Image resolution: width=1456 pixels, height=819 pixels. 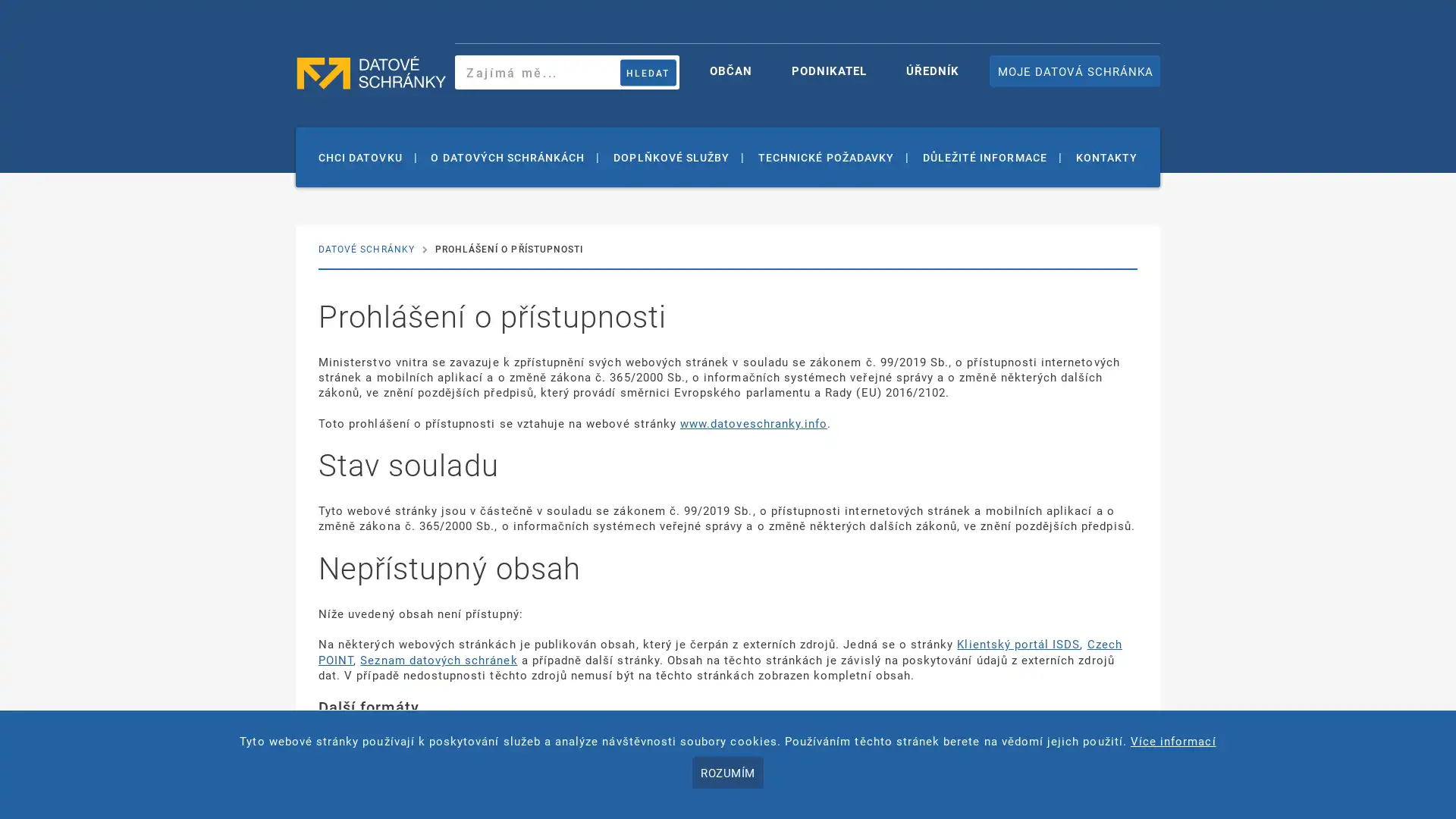 I want to click on Hledat, so click(x=648, y=72).